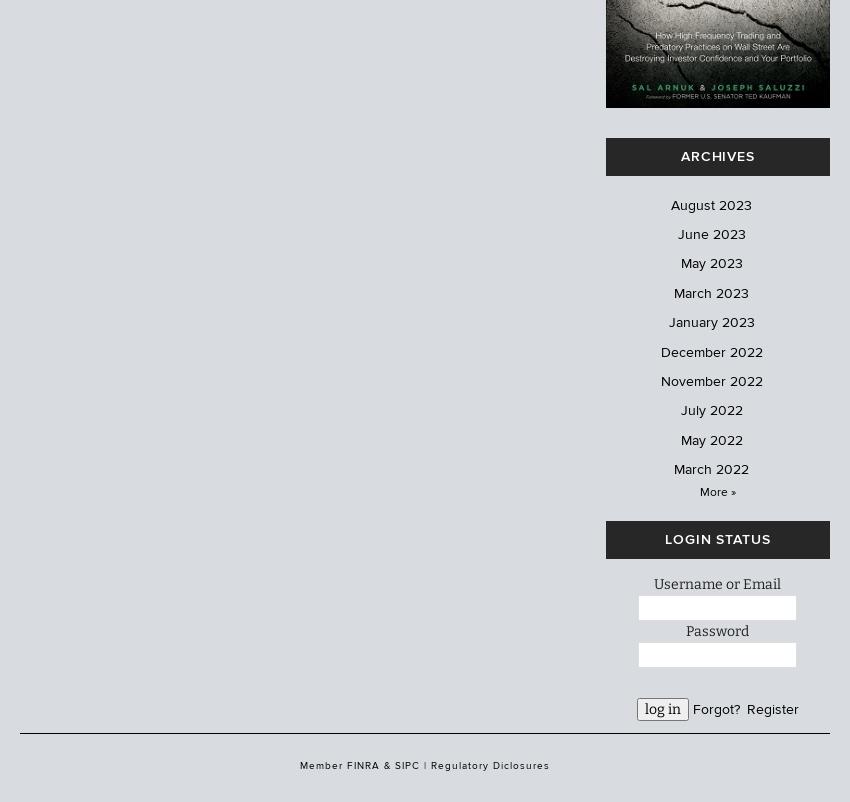 Image resolution: width=850 pixels, height=802 pixels. What do you see at coordinates (715, 491) in the screenshot?
I see `'More »'` at bounding box center [715, 491].